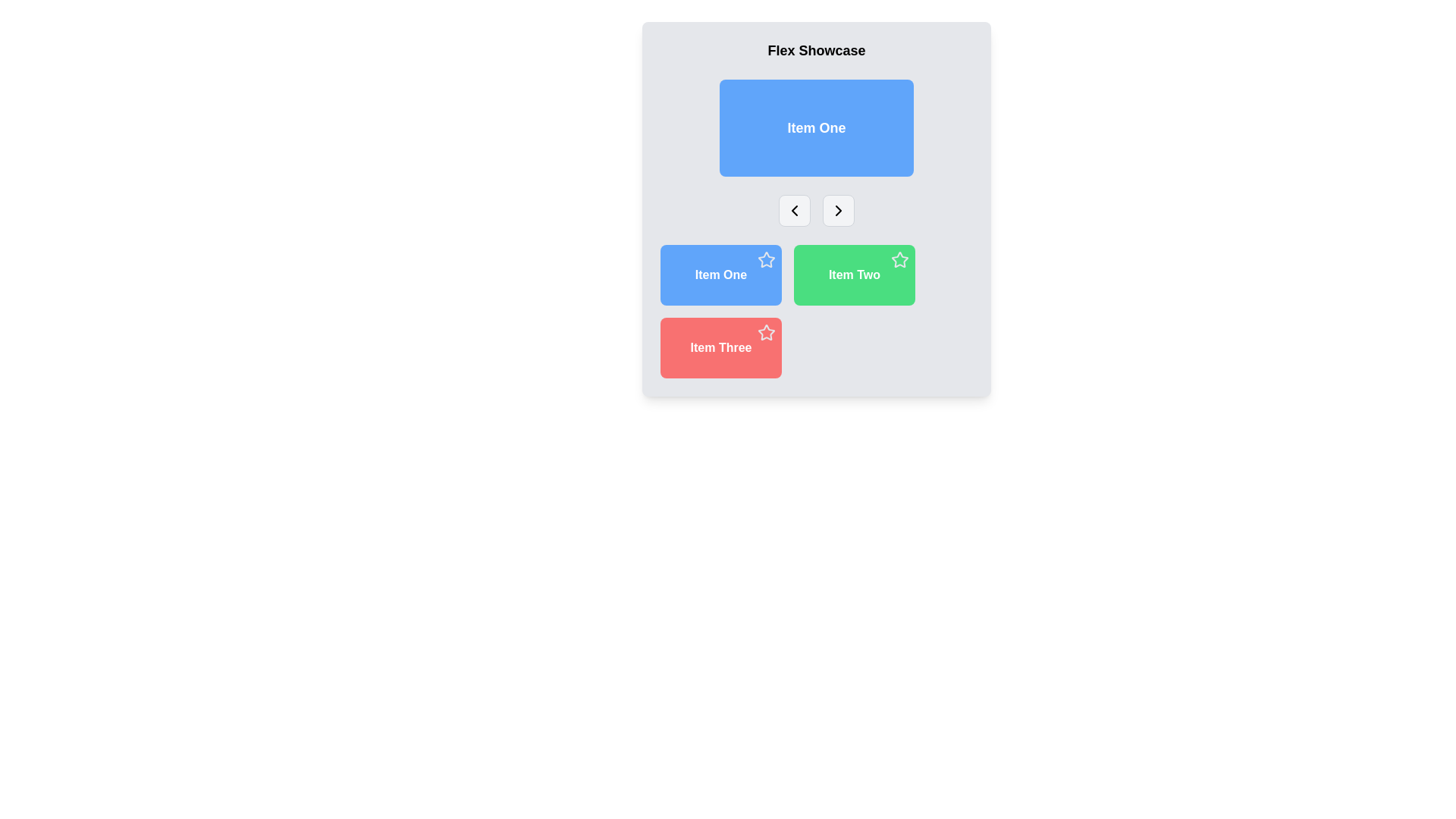  I want to click on the navigation button with a rounded border and an embedded SVG icon, so click(837, 210).